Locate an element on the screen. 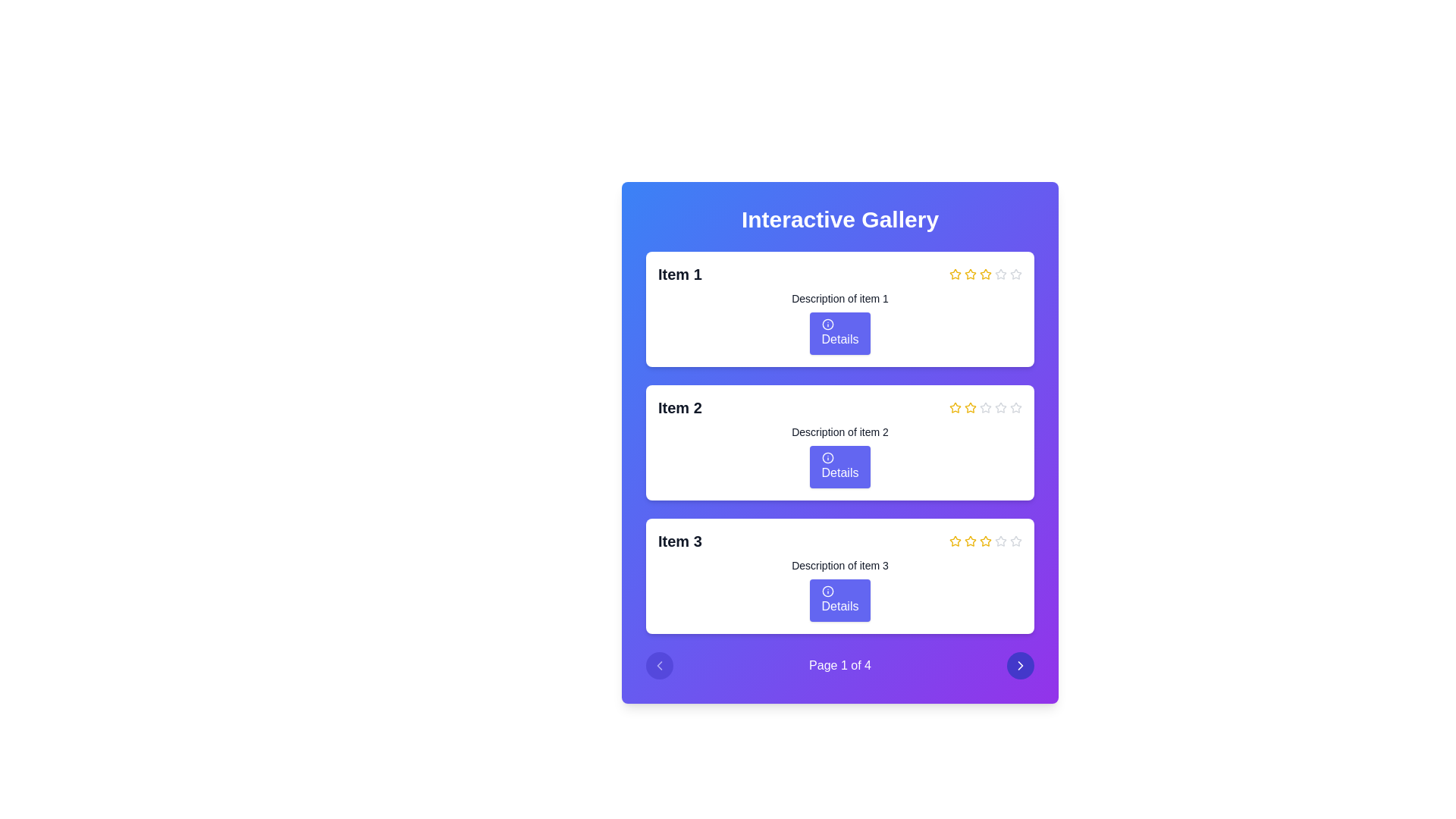  the second star icon in the rating row for 'Item 3' is located at coordinates (971, 540).